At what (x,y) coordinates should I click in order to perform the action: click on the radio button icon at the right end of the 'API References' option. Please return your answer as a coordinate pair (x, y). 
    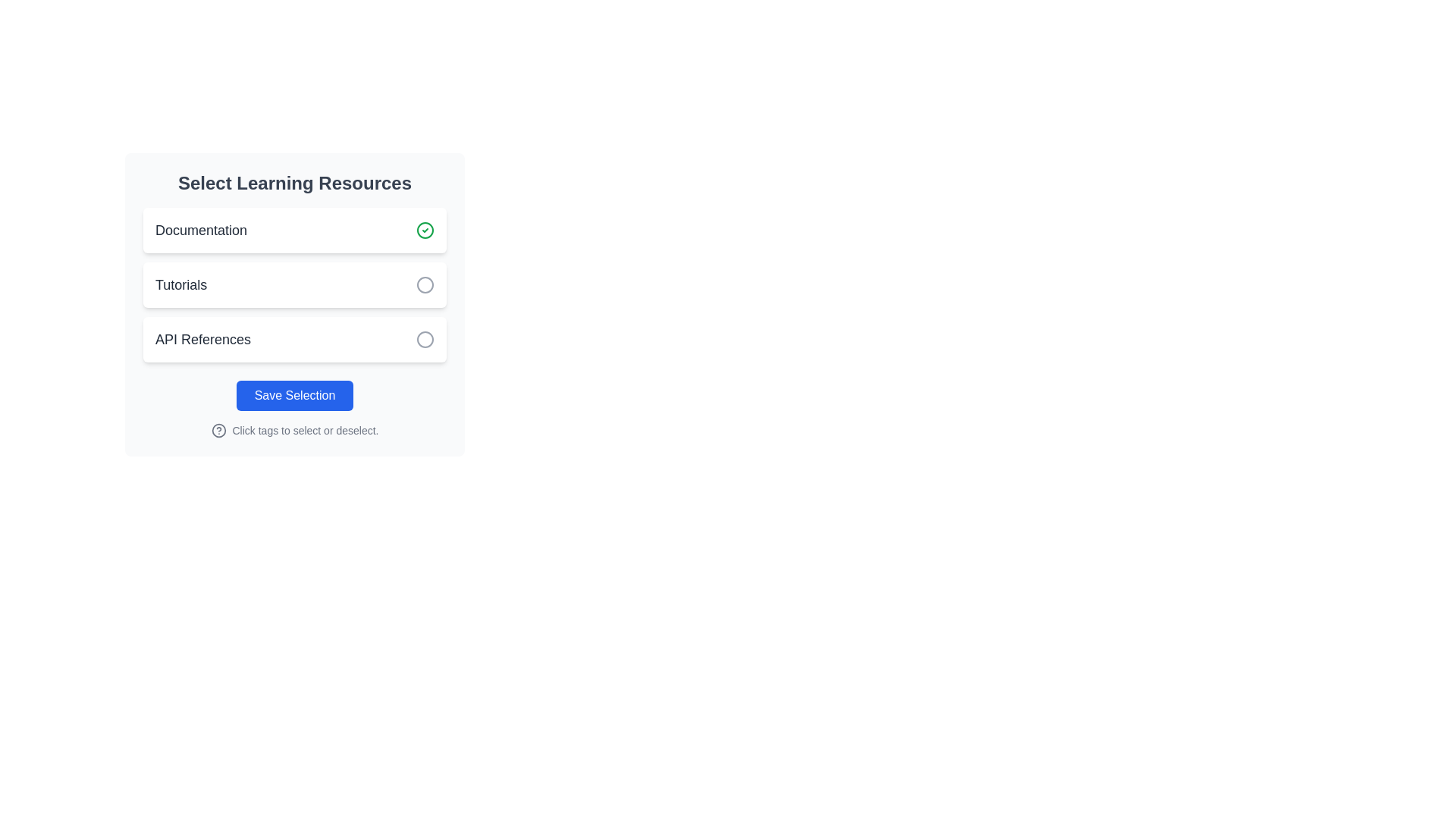
    Looking at the image, I should click on (425, 338).